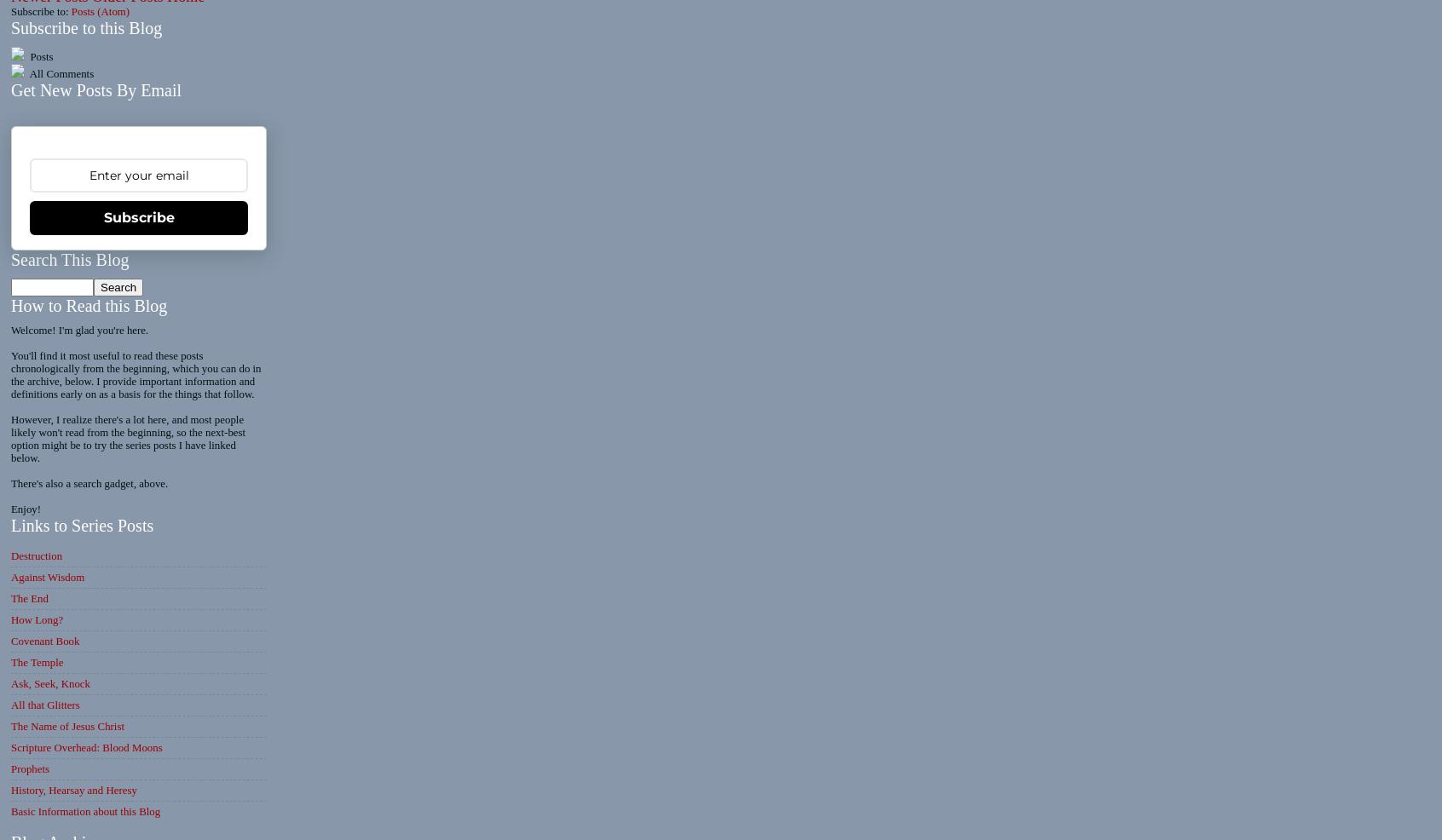 The height and width of the screenshot is (840, 1442). What do you see at coordinates (86, 26) in the screenshot?
I see `'Subscribe to this Blog'` at bounding box center [86, 26].